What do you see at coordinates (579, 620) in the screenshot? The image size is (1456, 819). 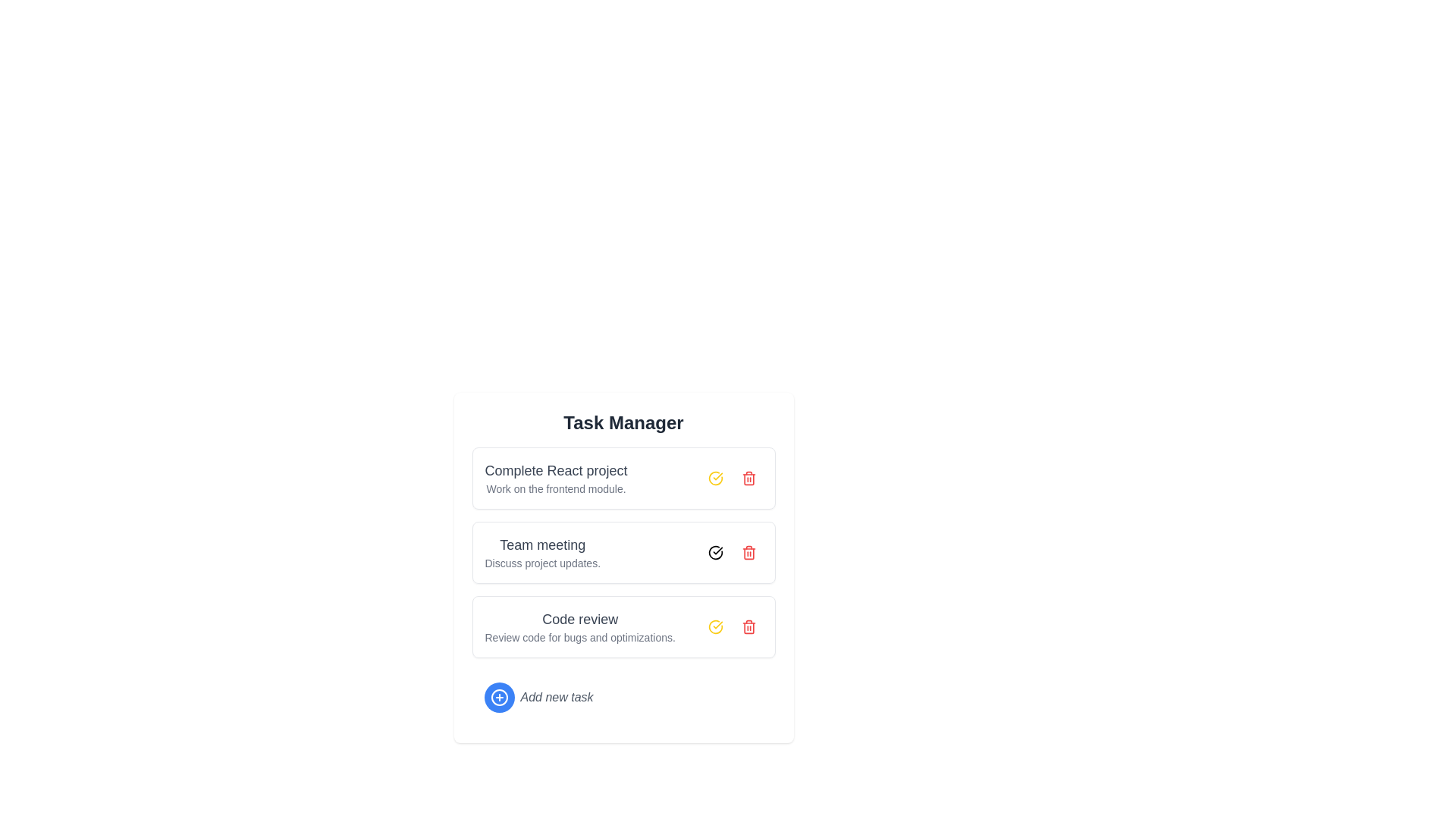 I see `the static text label displaying 'Code review' in the Task Manager interface` at bounding box center [579, 620].